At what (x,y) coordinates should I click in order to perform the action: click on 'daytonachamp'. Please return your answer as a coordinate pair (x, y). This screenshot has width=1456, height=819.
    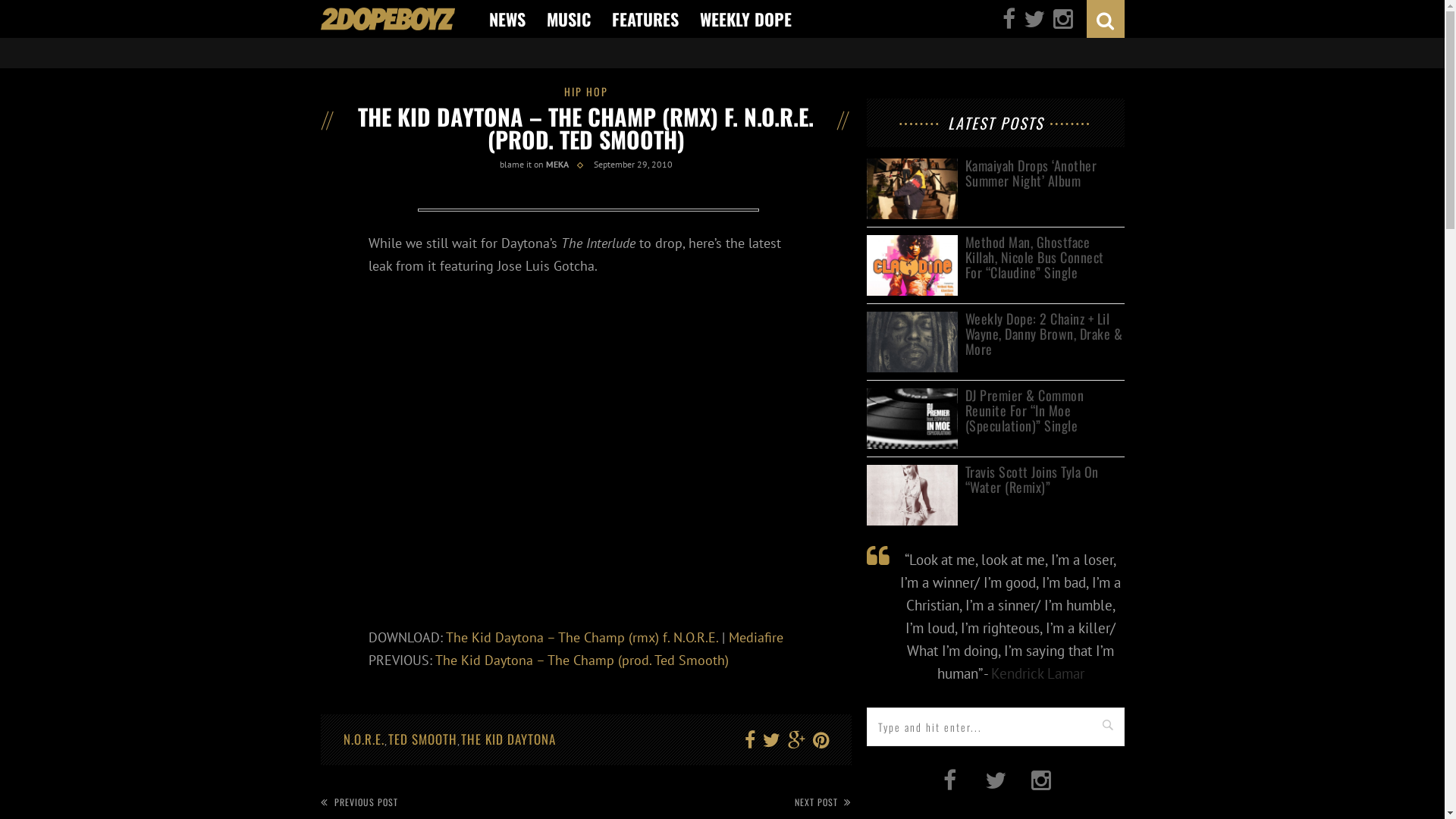
    Looking at the image, I should click on (586, 212).